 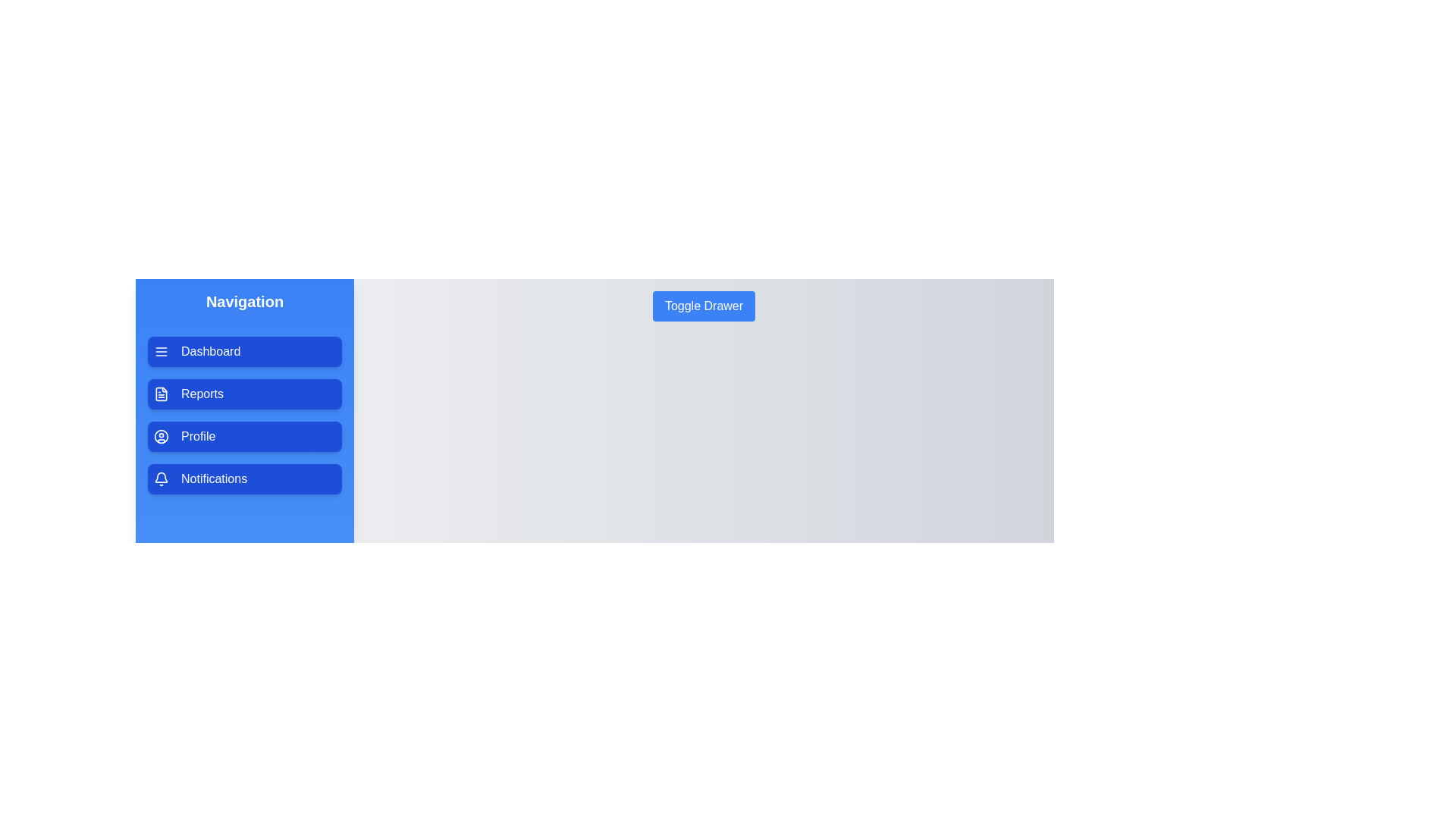 What do you see at coordinates (703, 306) in the screenshot?
I see `the 'Toggle Drawer' button to toggle the drawer` at bounding box center [703, 306].